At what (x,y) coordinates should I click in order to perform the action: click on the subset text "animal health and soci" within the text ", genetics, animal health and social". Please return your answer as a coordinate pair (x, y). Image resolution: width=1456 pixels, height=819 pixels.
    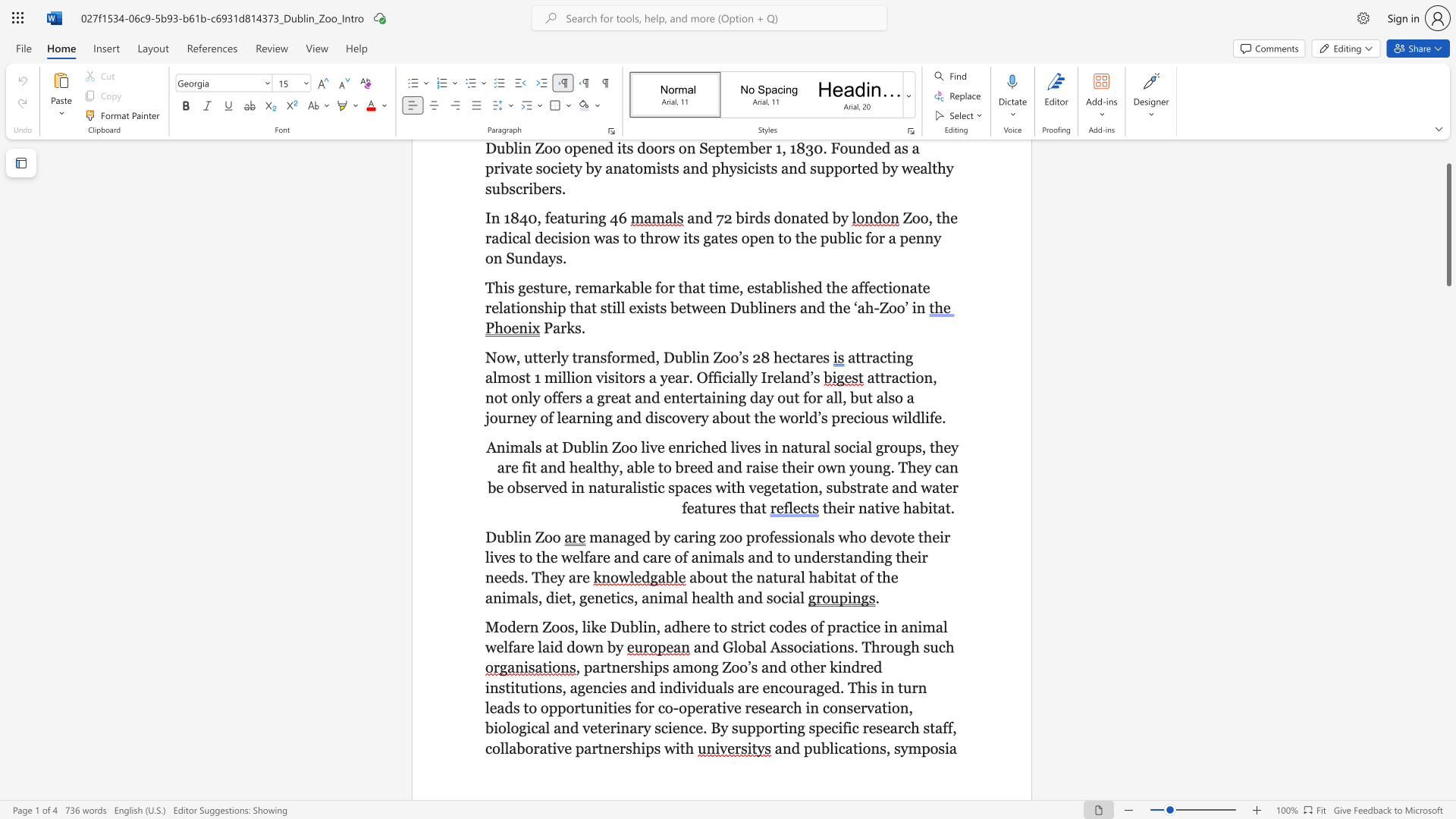
    Looking at the image, I should click on (642, 597).